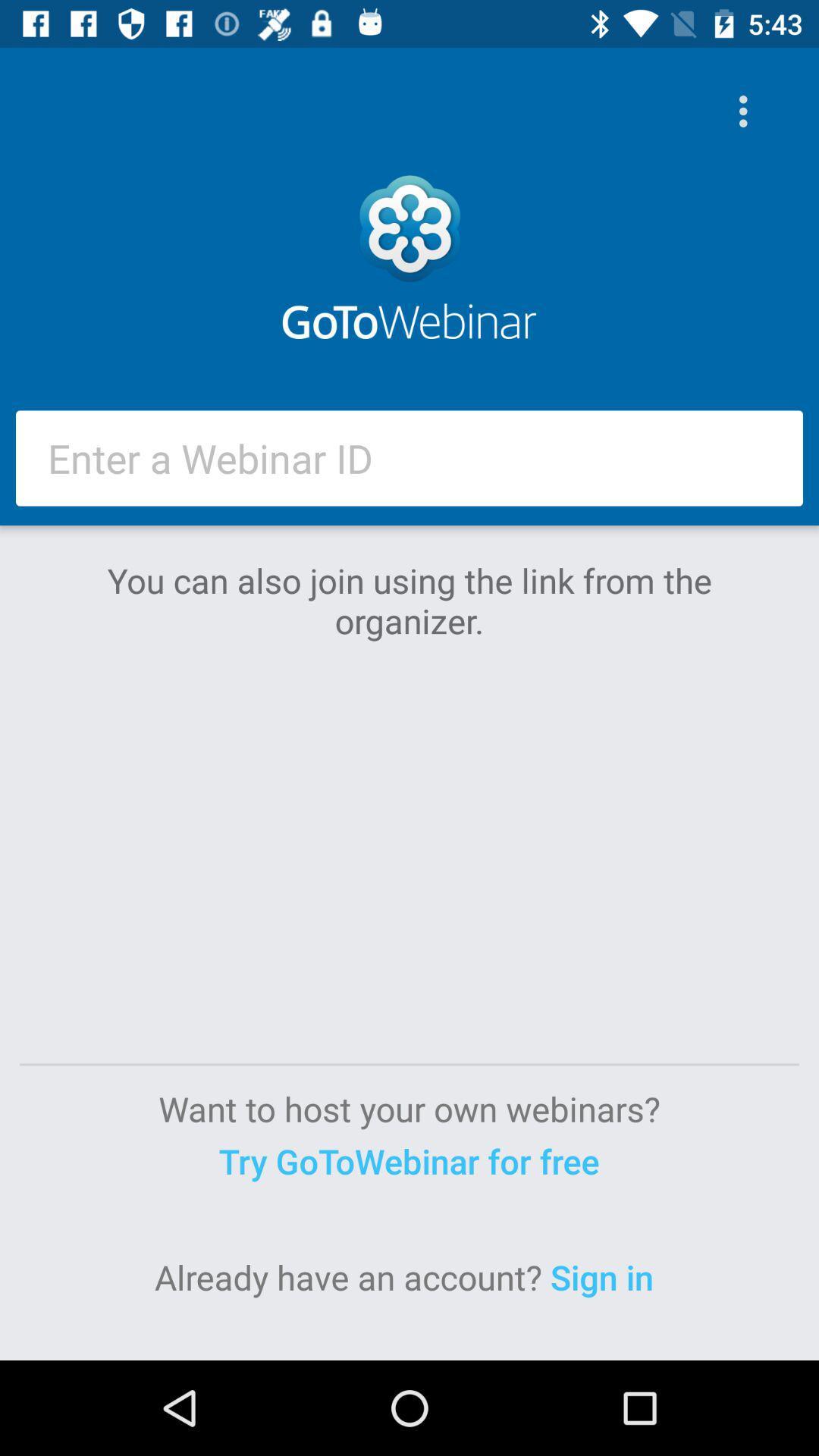 Image resolution: width=819 pixels, height=1456 pixels. Describe the element at coordinates (606, 1276) in the screenshot. I see `the item next to the already have an` at that location.